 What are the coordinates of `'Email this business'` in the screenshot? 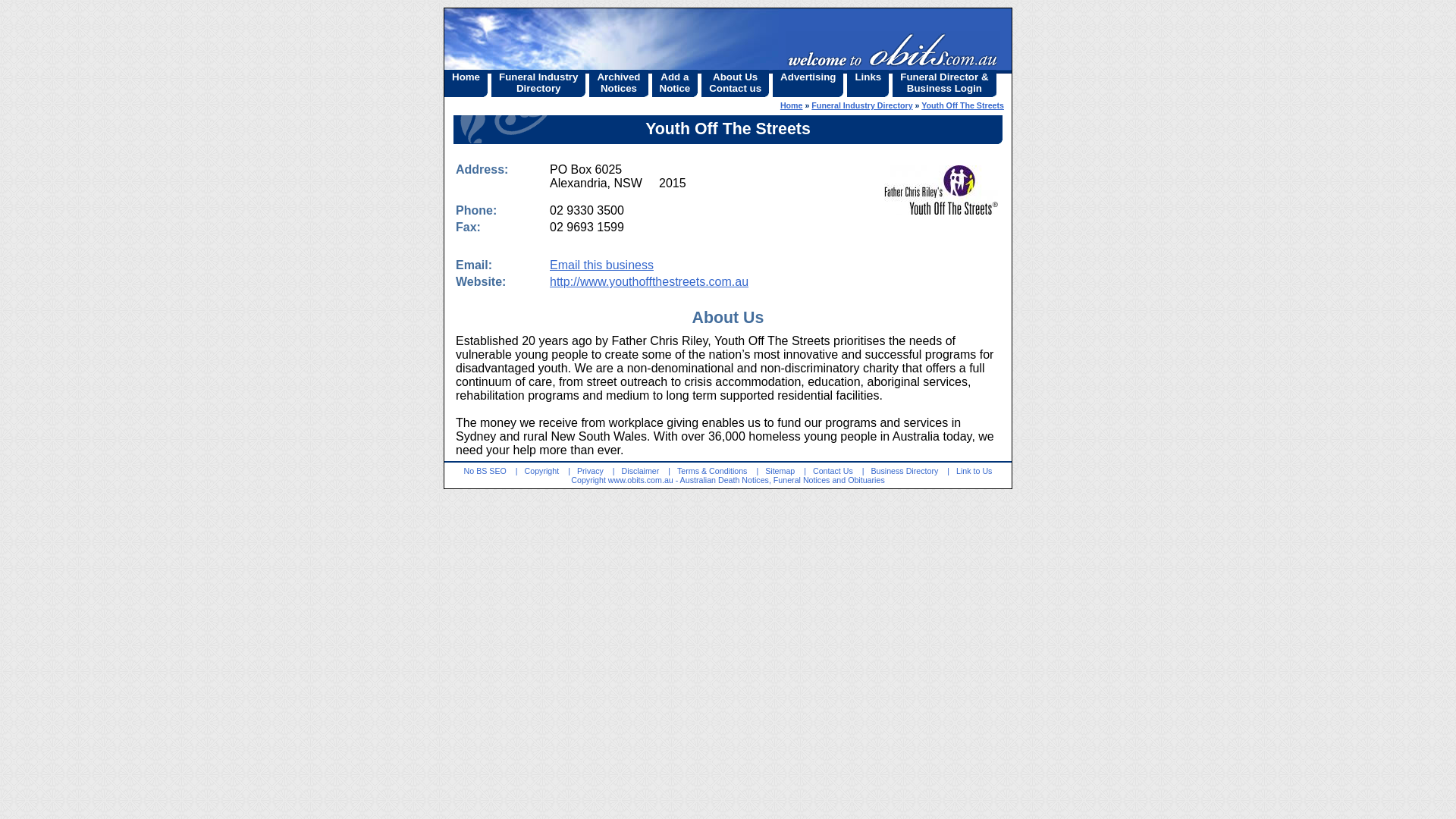 It's located at (601, 264).